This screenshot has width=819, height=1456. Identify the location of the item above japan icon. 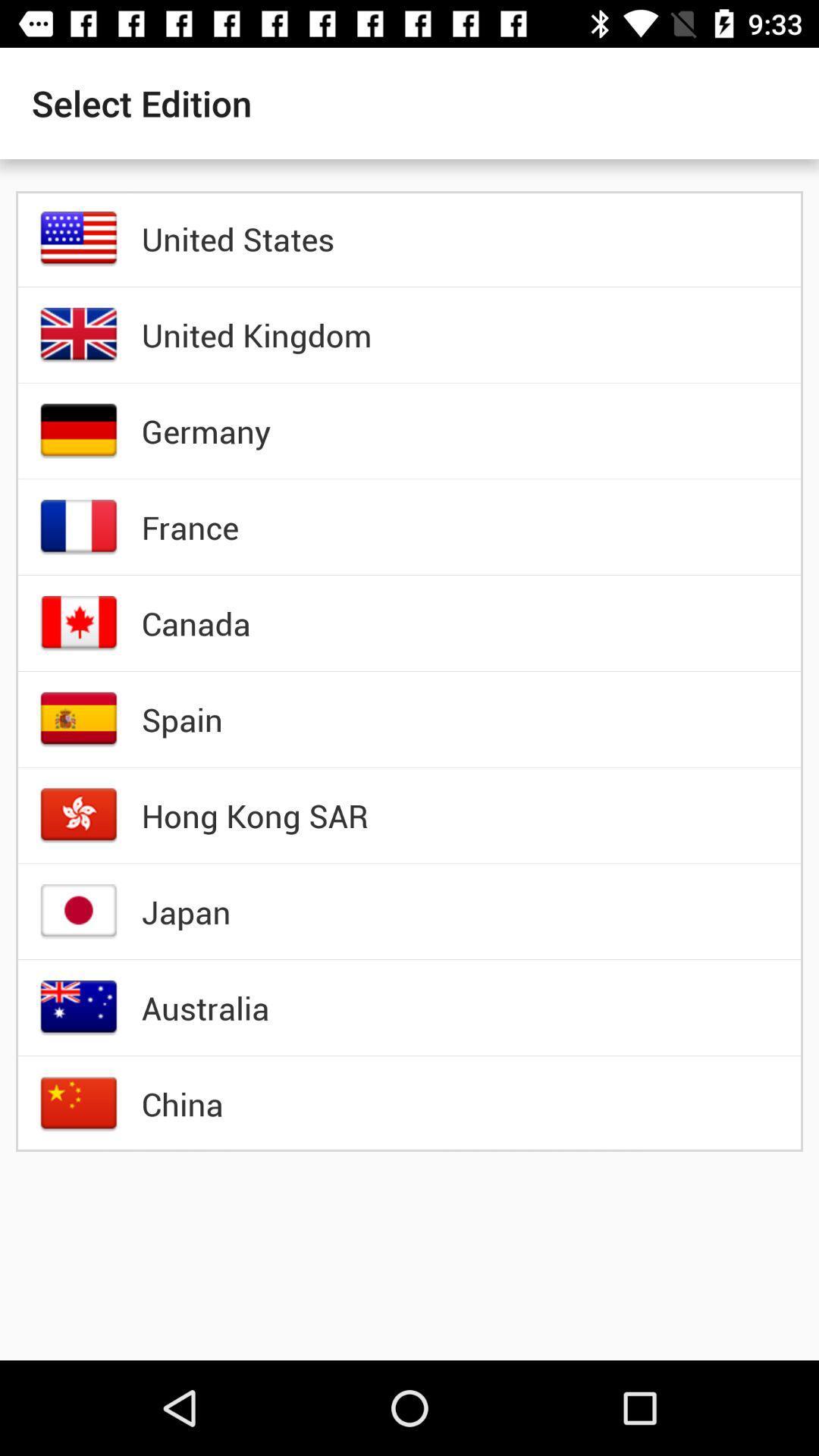
(254, 814).